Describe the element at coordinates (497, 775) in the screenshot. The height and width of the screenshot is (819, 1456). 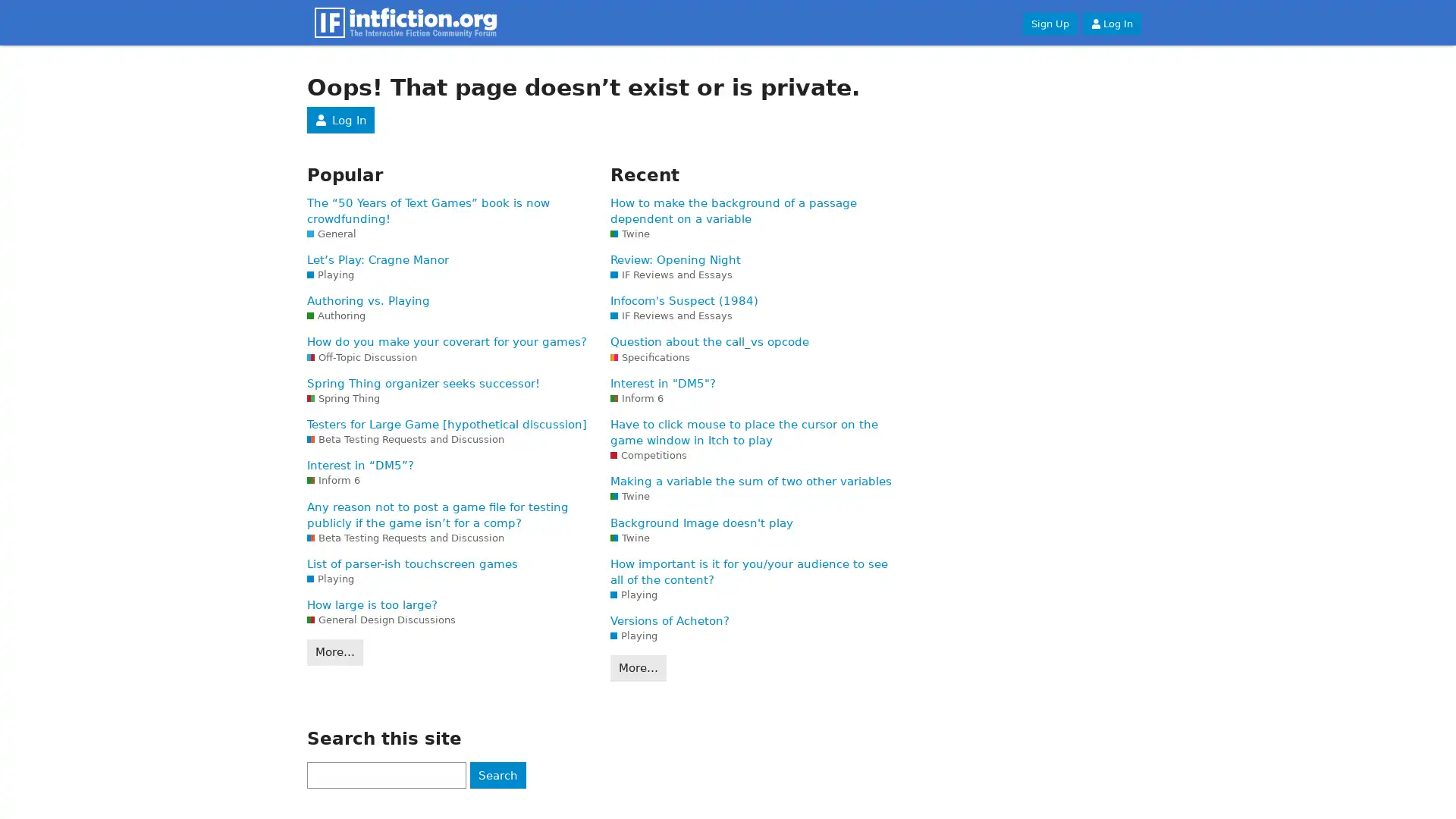
I see `Search` at that location.